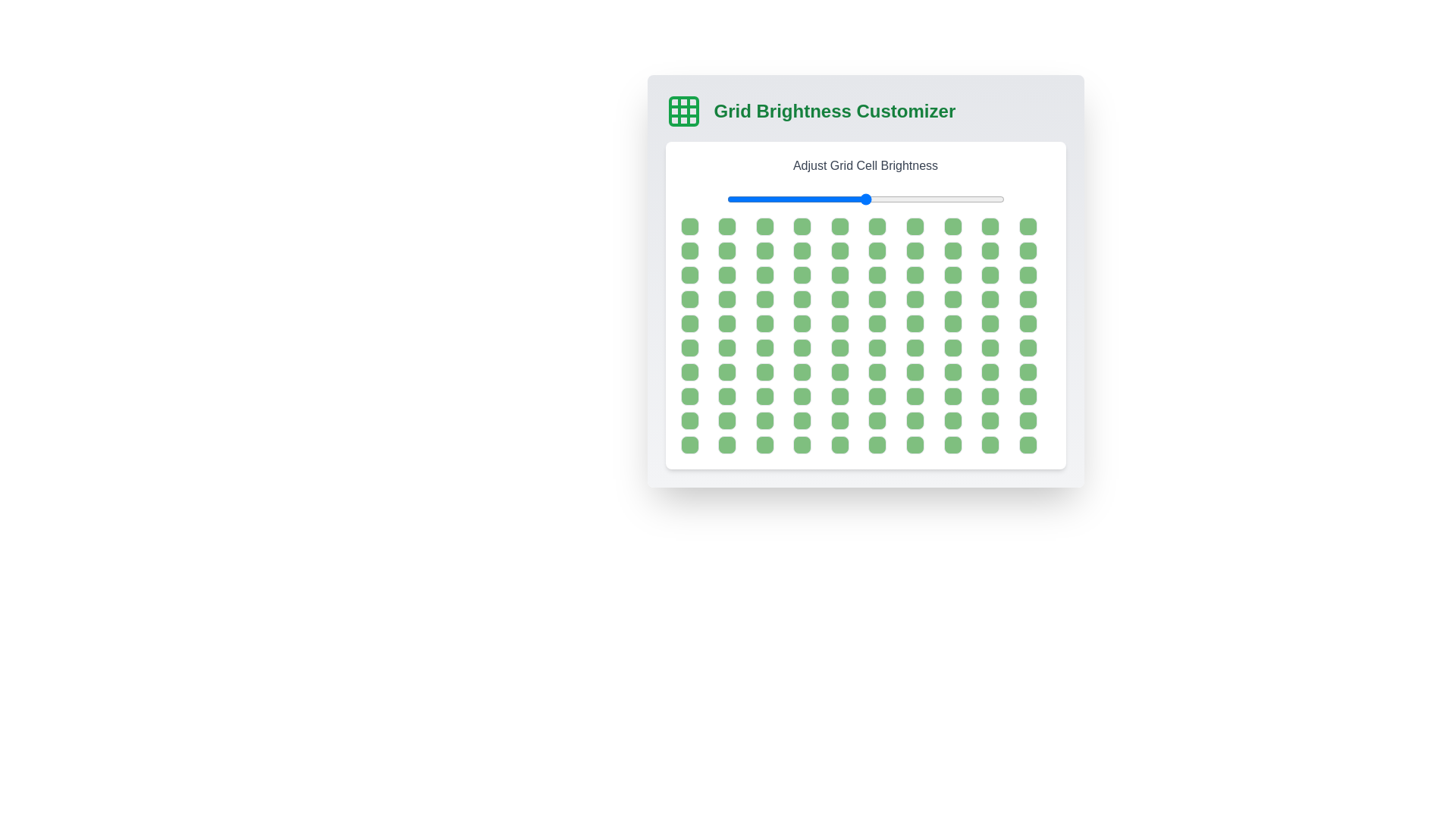 This screenshot has width=1456, height=819. Describe the element at coordinates (823, 198) in the screenshot. I see `the brightness slider to 35%` at that location.